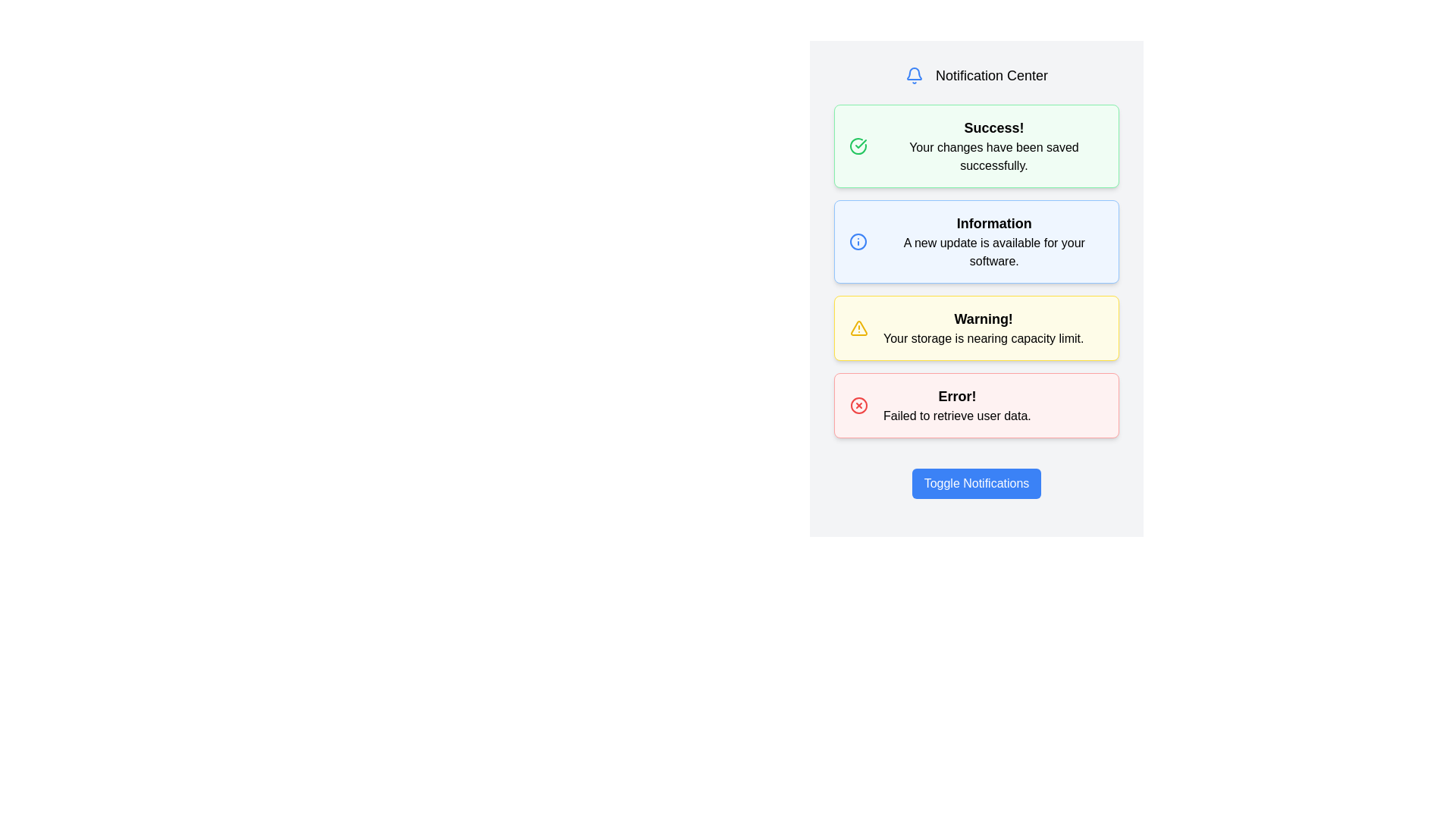 This screenshot has height=819, width=1456. I want to click on the warning icon located within the yellow notification box that indicates 'Warning! Your storage is nearing capacity limit.' The icon is positioned to the left of the text and is centered vertically in the box, so click(858, 327).